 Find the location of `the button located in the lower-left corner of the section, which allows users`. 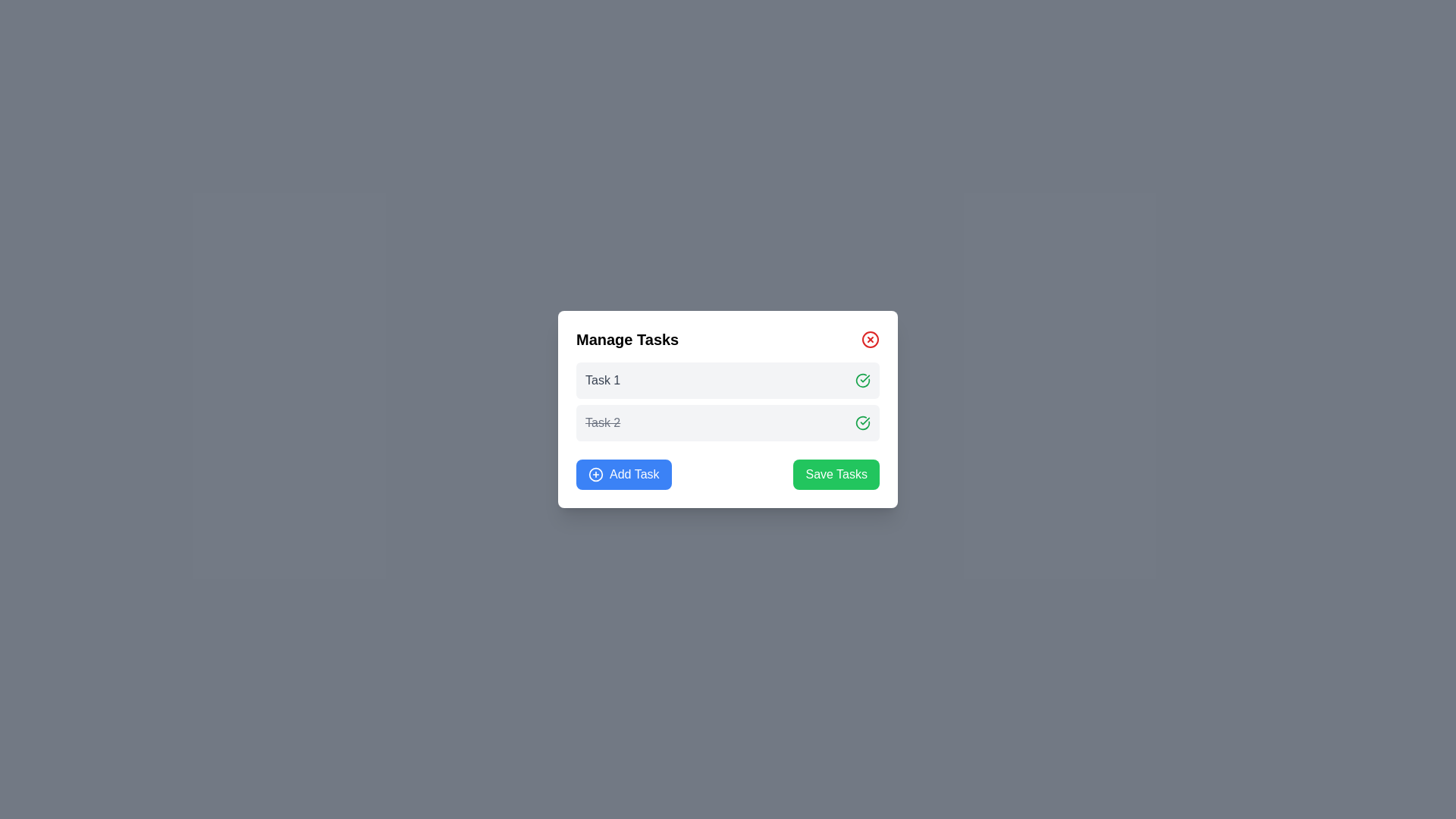

the button located in the lower-left corner of the section, which allows users is located at coordinates (623, 473).